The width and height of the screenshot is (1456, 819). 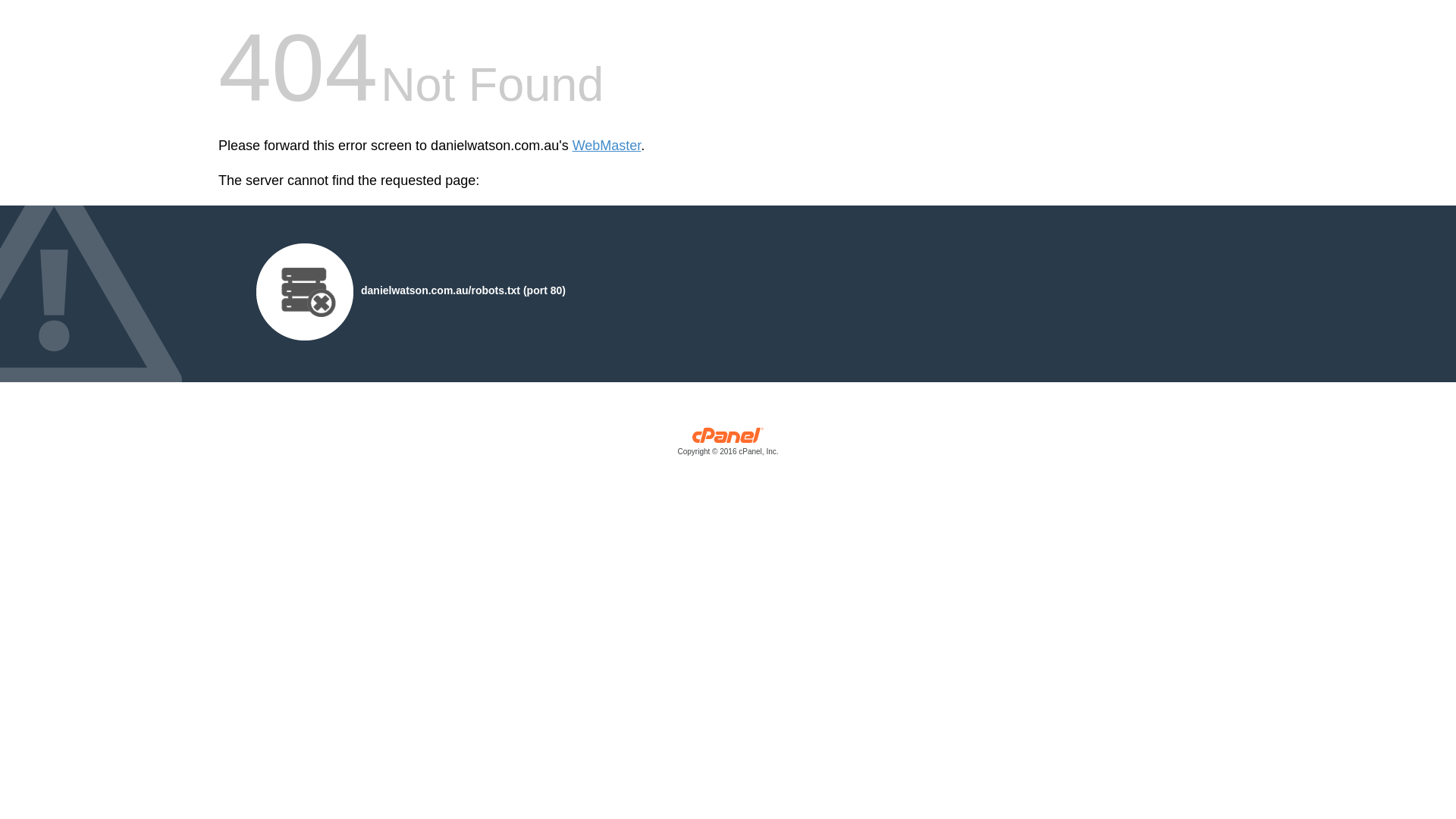 I want to click on 'WebMaster', so click(x=571, y=146).